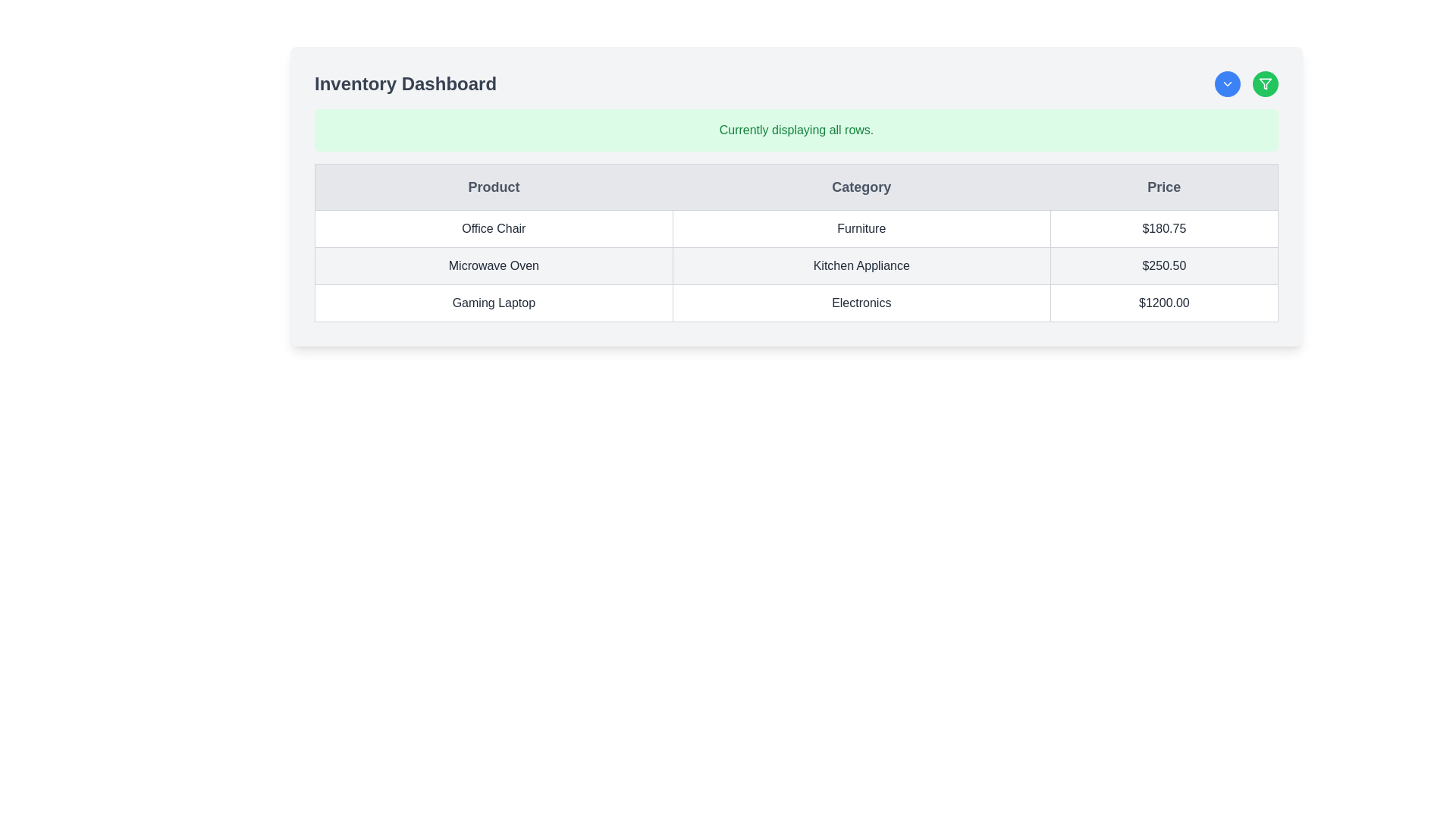 The height and width of the screenshot is (819, 1456). I want to click on the price text box displaying the price of the 'Gaming Laptop', so click(1163, 303).